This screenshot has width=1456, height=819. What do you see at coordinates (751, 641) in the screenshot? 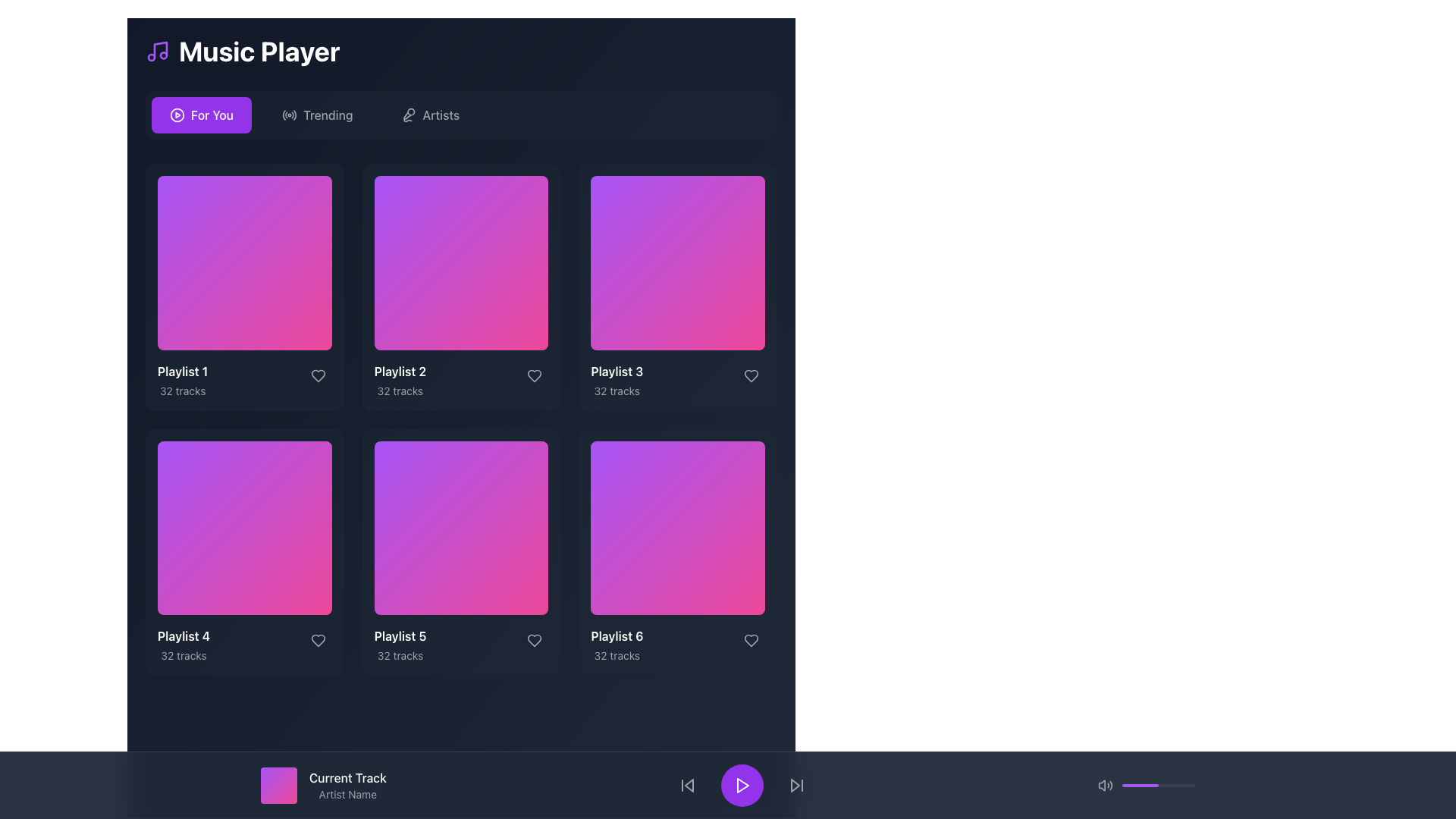
I see `the heart-shaped favorite button located at the bottom-right of 'Playlist 6'` at bounding box center [751, 641].